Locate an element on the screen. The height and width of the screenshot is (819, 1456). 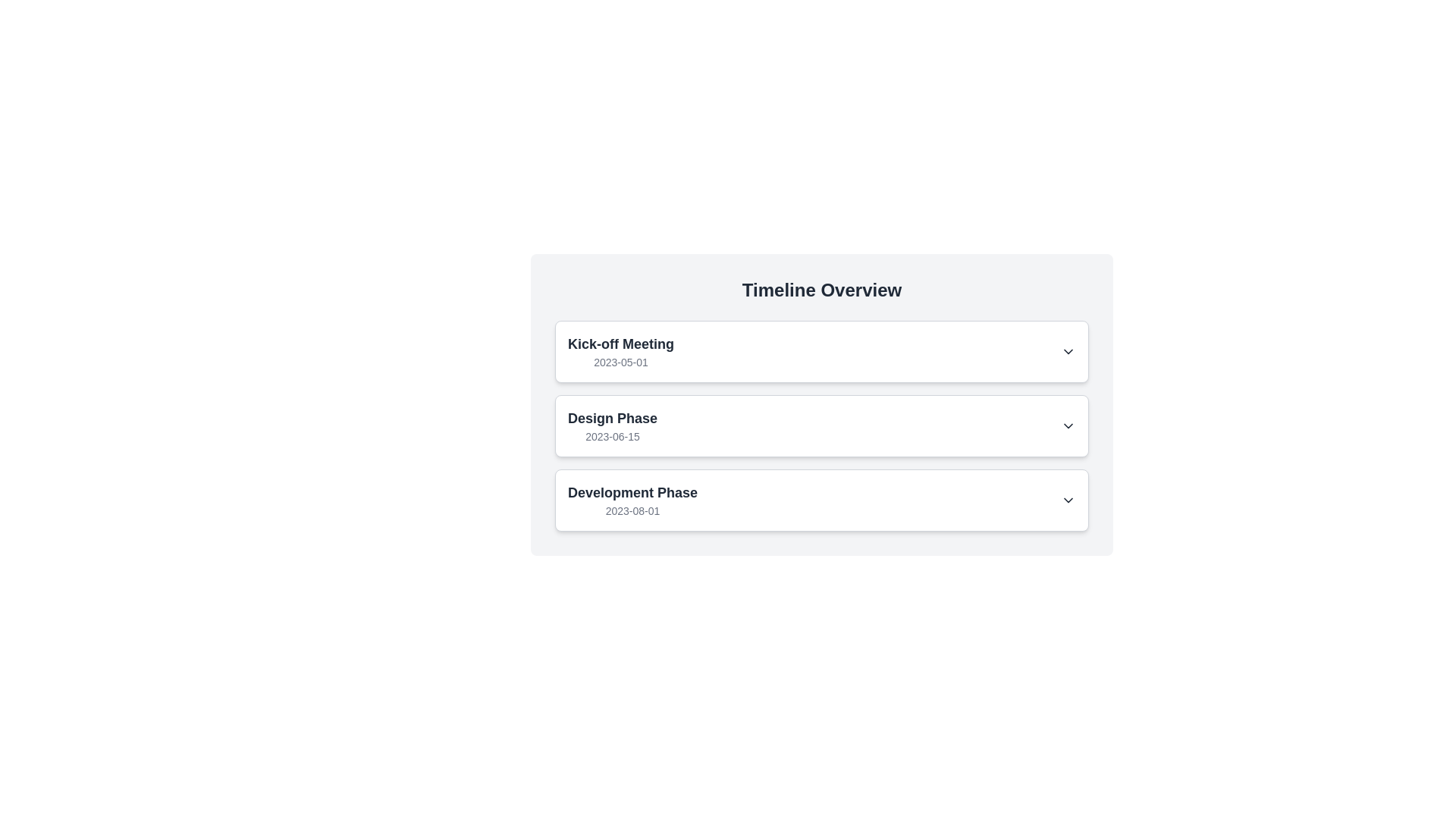
the downward-pointing chevron icon located to the far right of the 'Design Phase' section is located at coordinates (1068, 426).